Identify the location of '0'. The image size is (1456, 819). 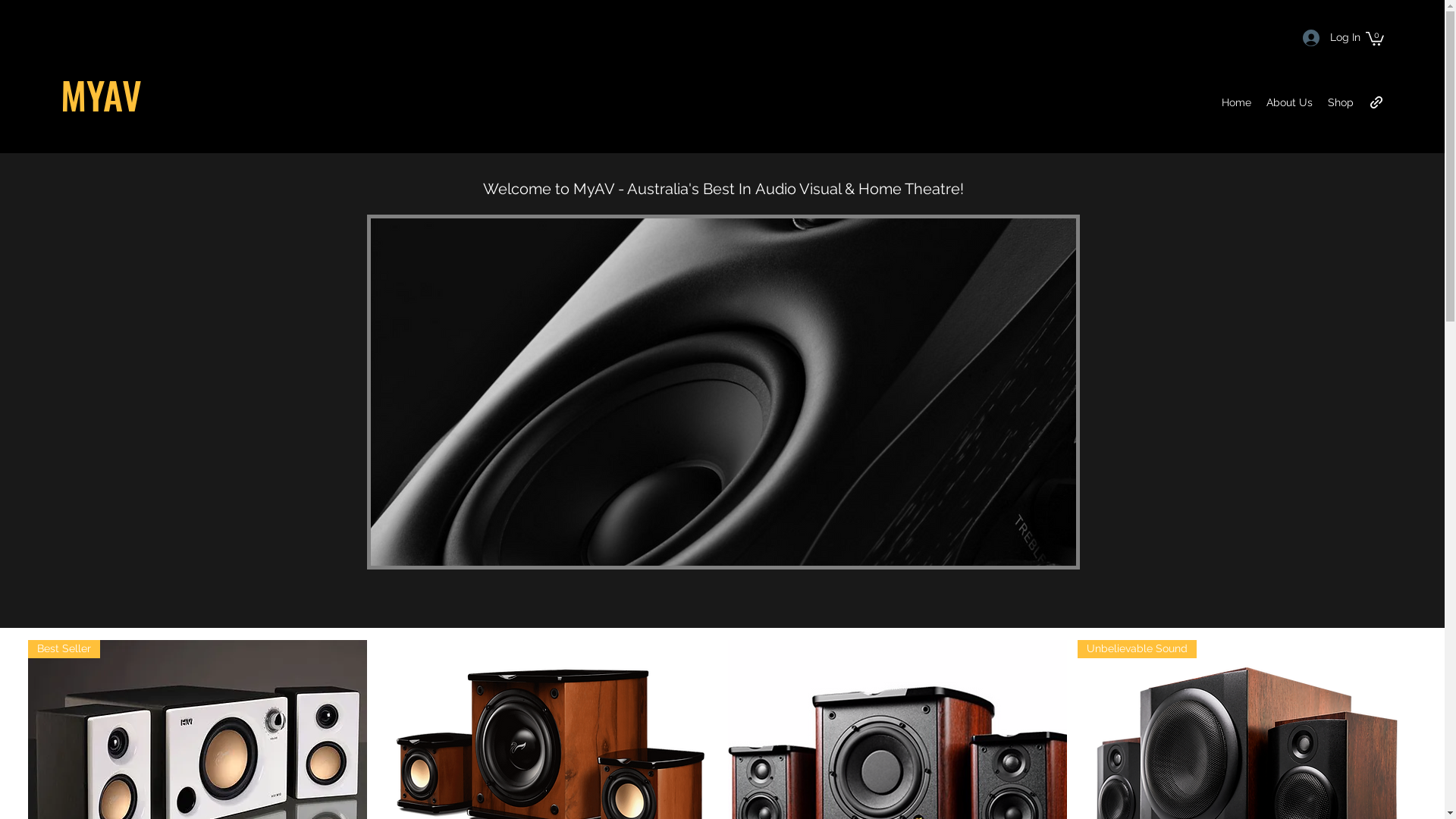
(1375, 37).